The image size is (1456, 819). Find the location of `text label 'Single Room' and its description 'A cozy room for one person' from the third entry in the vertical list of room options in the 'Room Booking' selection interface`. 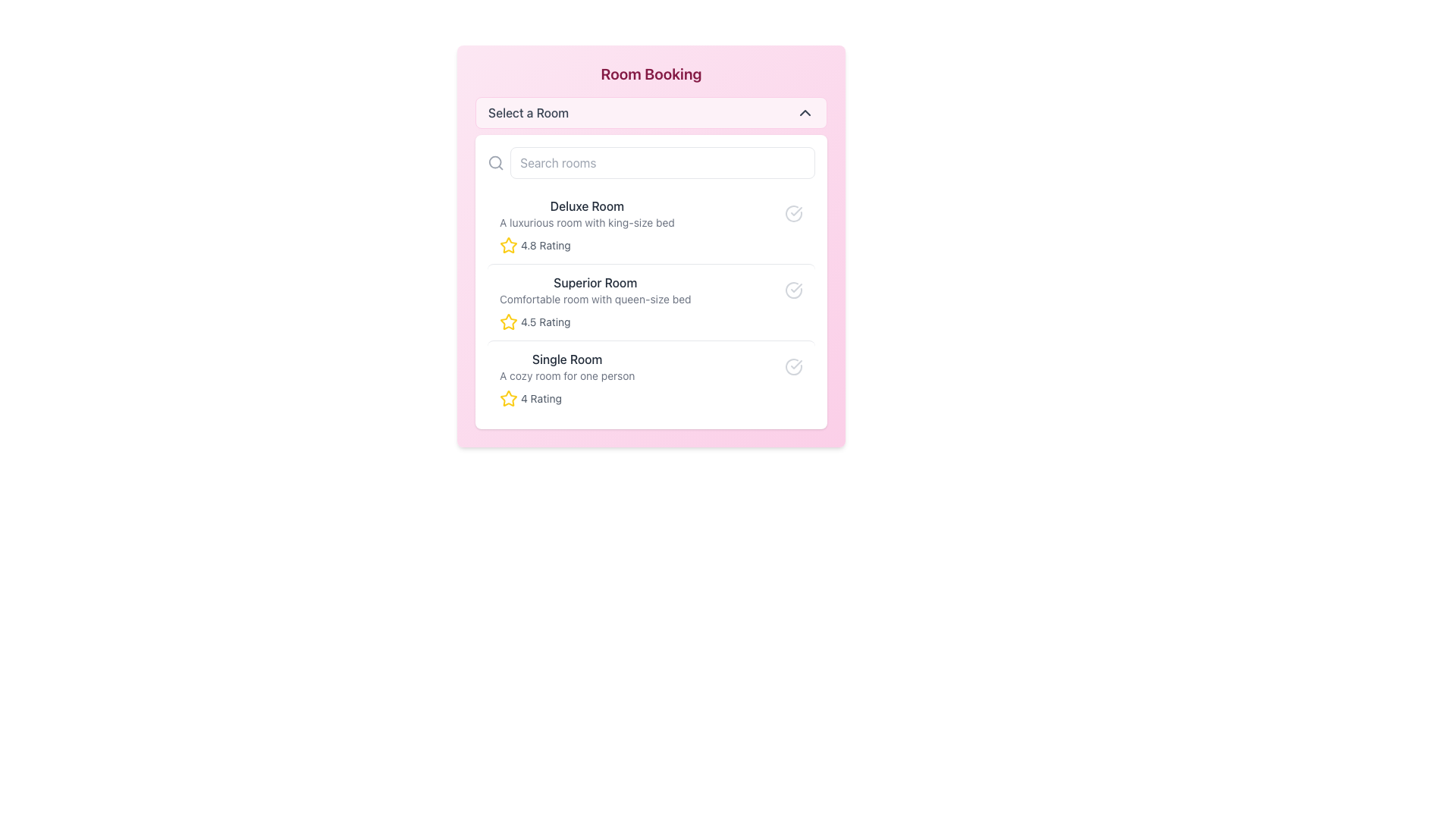

text label 'Single Room' and its description 'A cozy room for one person' from the third entry in the vertical list of room options in the 'Room Booking' selection interface is located at coordinates (566, 366).